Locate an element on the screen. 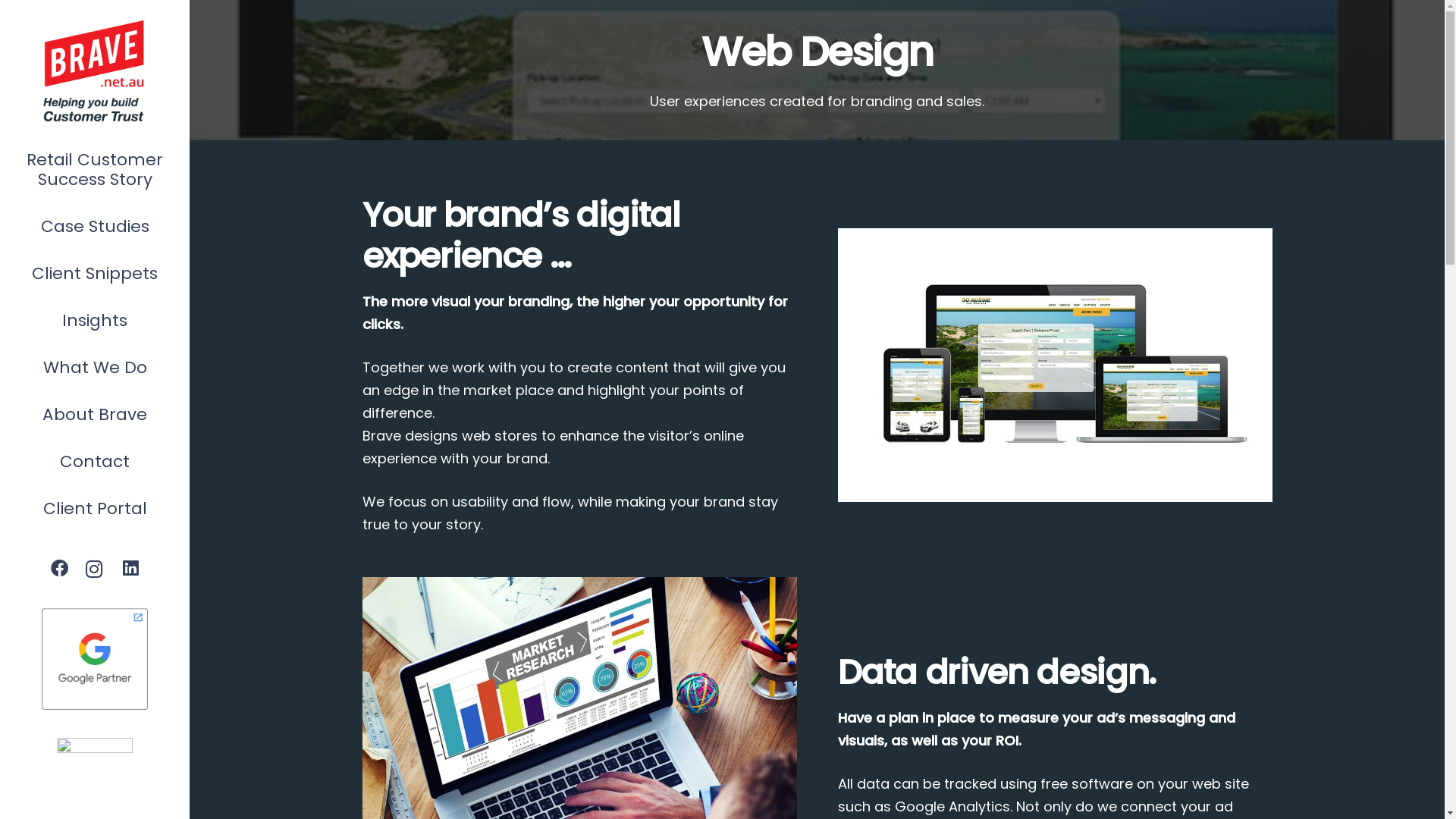 This screenshot has width=1456, height=819. 'About Brave' is located at coordinates (93, 415).